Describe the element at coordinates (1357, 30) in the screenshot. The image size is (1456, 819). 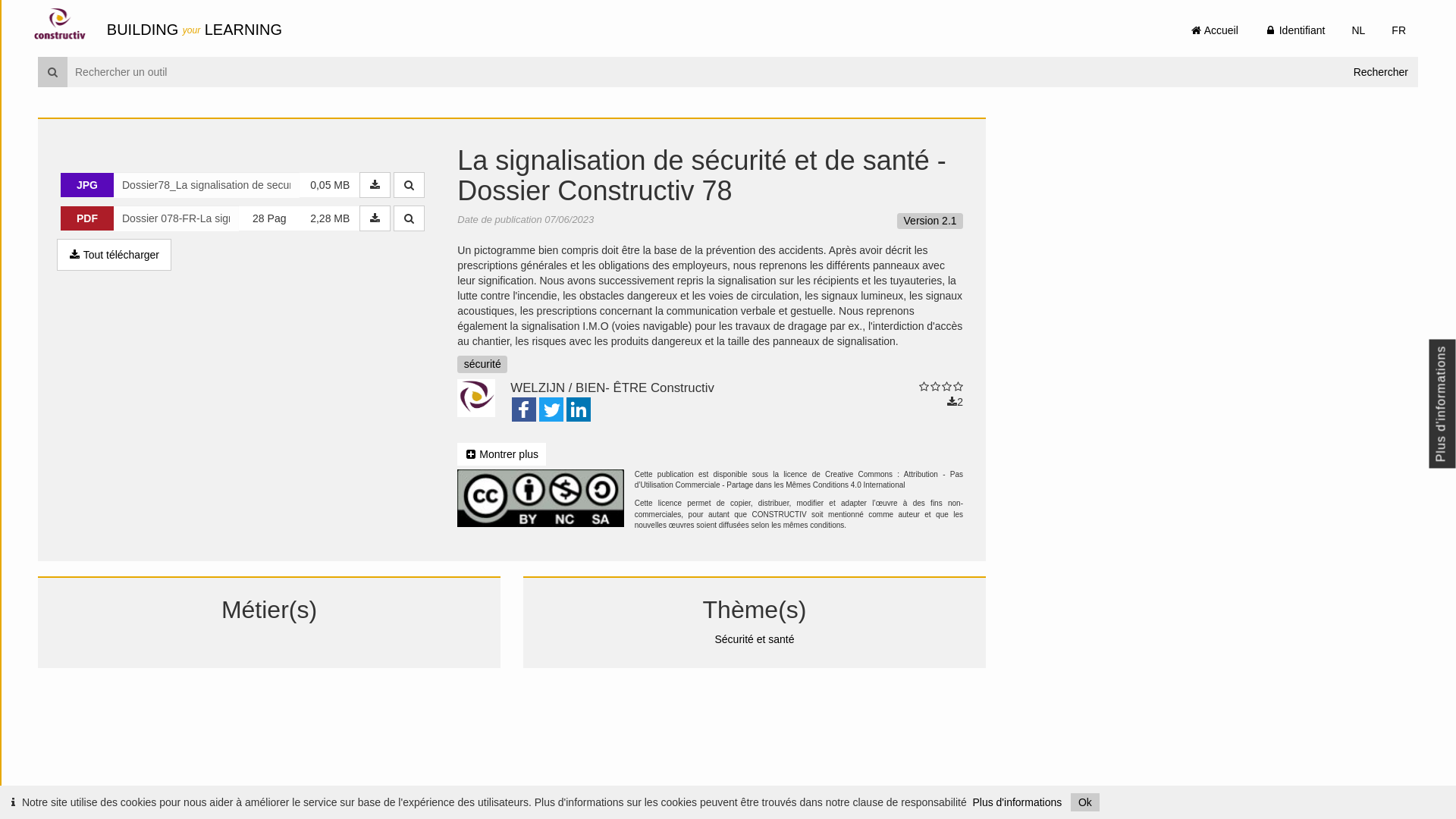
I see `'NL'` at that location.